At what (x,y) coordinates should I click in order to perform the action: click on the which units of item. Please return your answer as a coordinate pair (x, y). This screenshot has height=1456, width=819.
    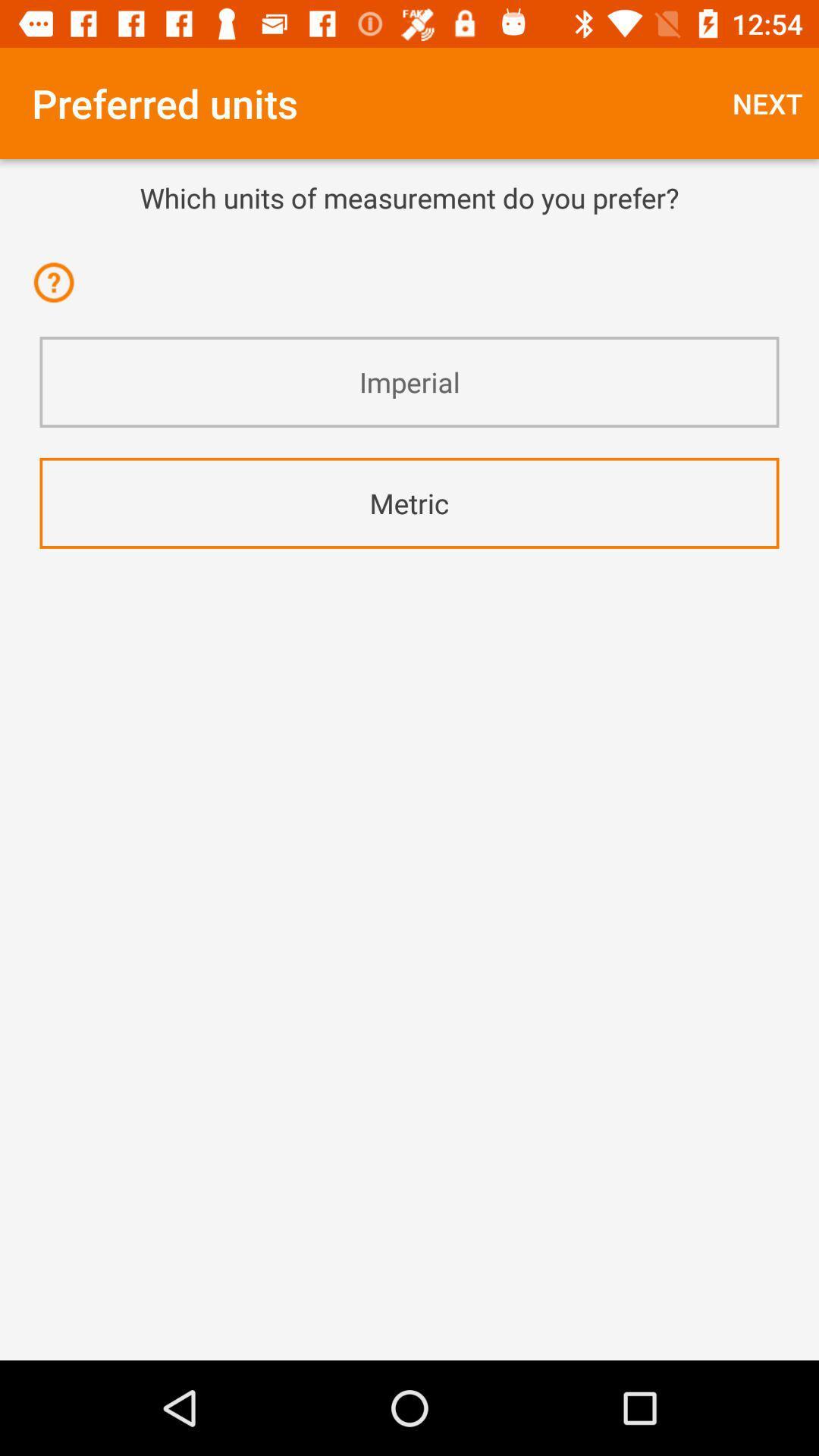
    Looking at the image, I should click on (409, 196).